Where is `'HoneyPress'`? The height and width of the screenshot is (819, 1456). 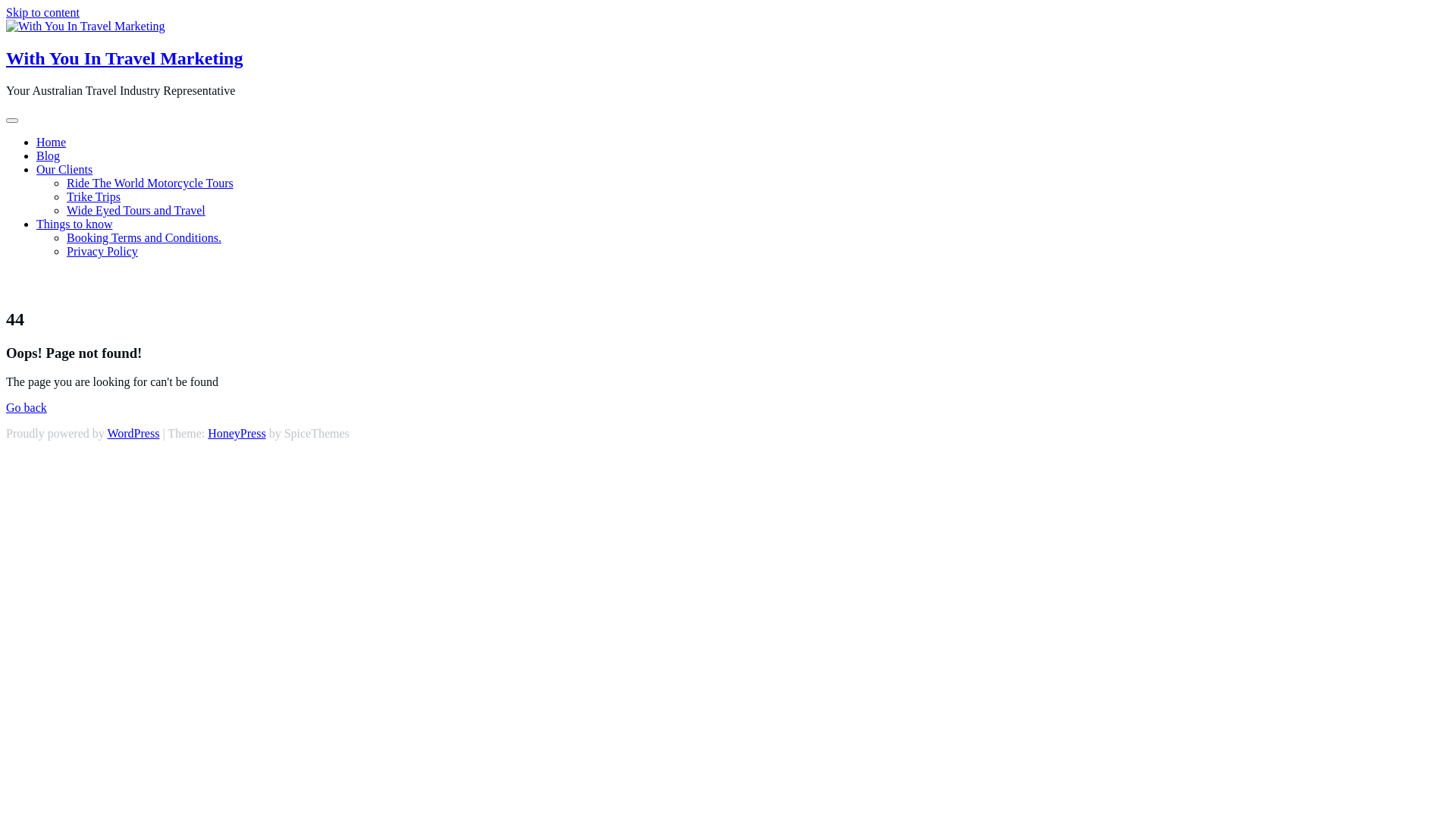
'HoneyPress' is located at coordinates (236, 433).